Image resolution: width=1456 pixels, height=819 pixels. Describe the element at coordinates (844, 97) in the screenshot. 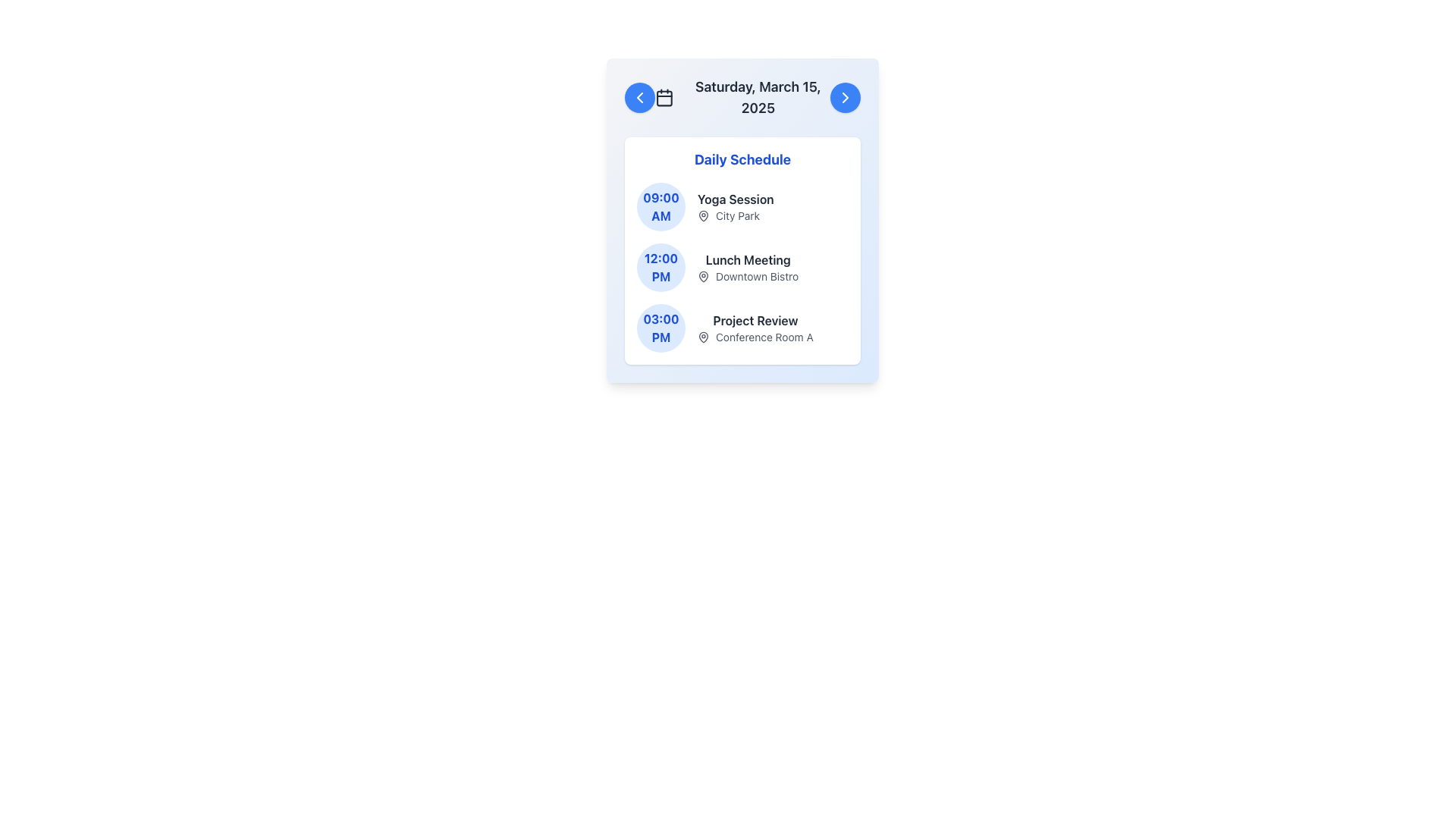

I see `the chevron-shaped icon inside the button located in the upper right corner of the card interface` at that location.